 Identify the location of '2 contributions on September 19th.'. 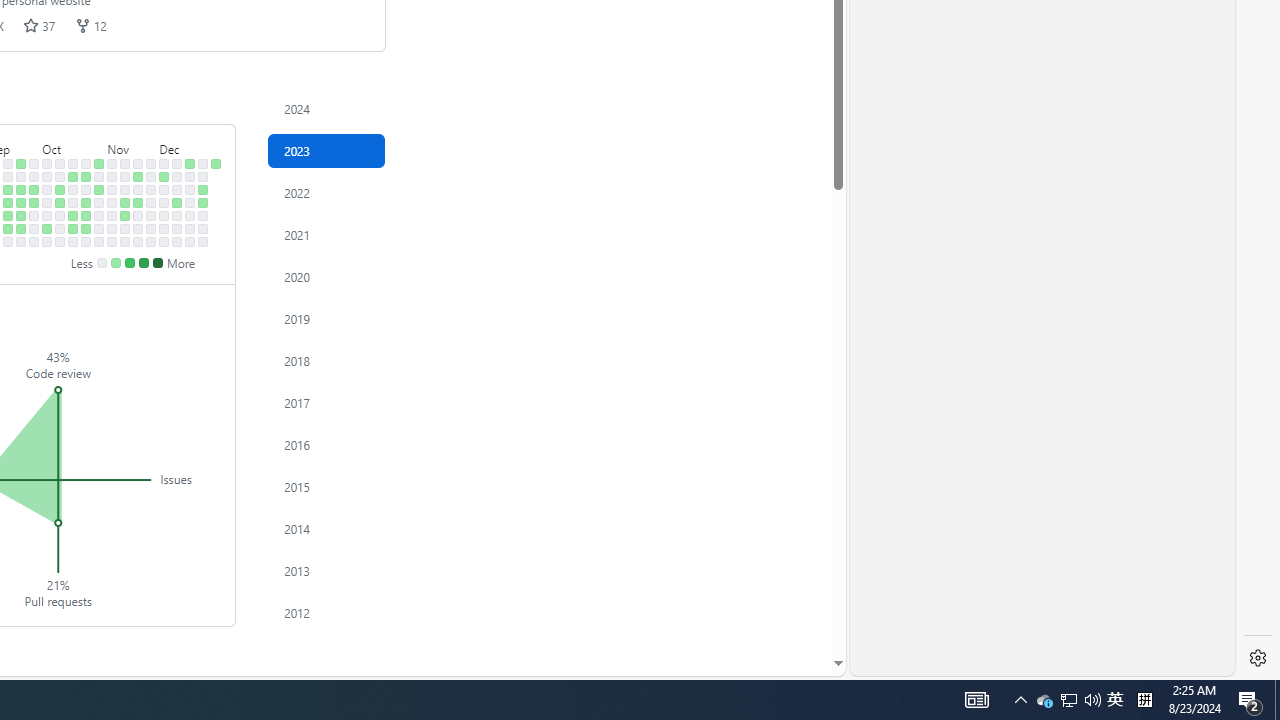
(21, 189).